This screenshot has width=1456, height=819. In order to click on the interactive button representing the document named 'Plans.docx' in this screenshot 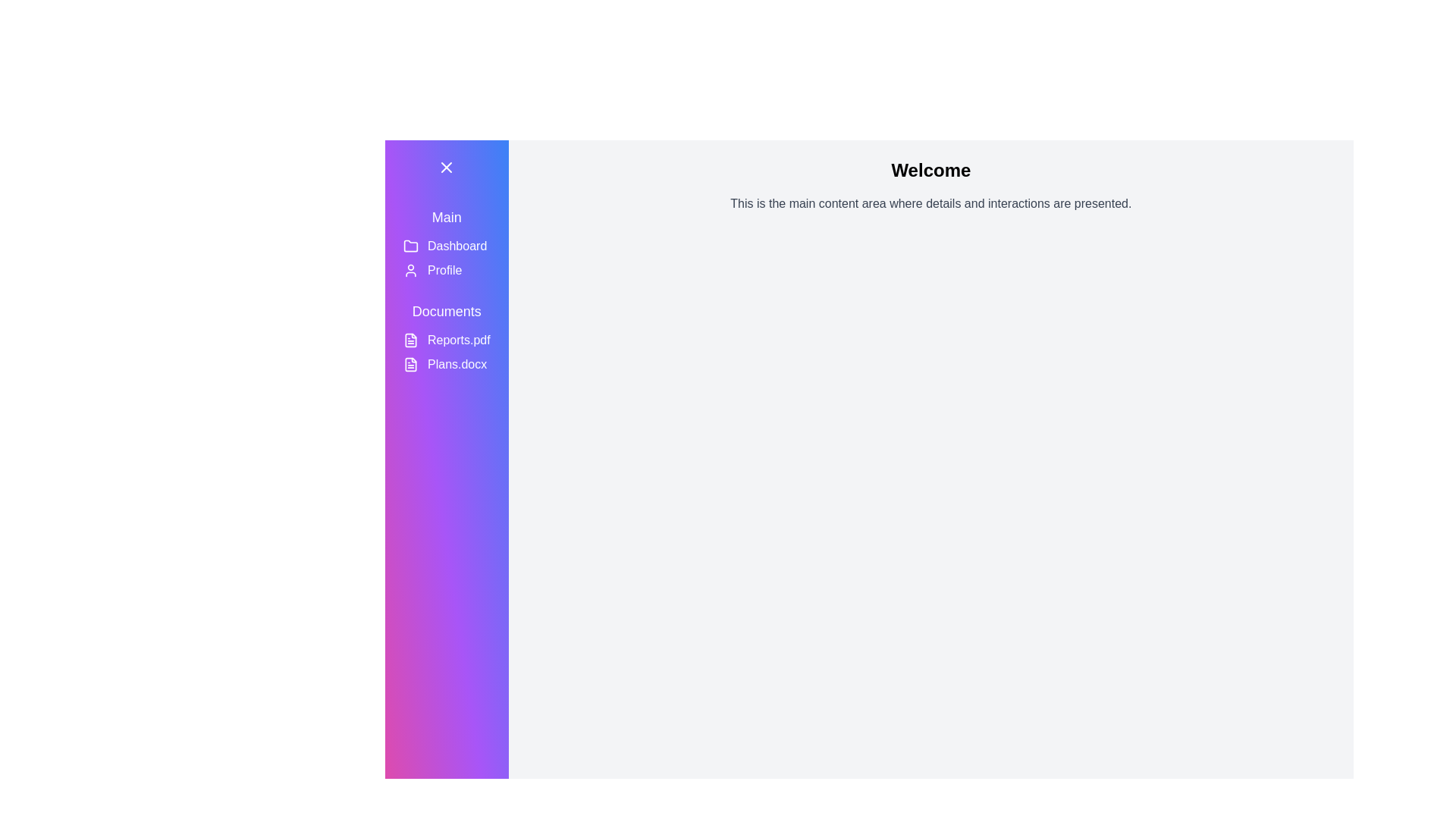, I will do `click(446, 365)`.